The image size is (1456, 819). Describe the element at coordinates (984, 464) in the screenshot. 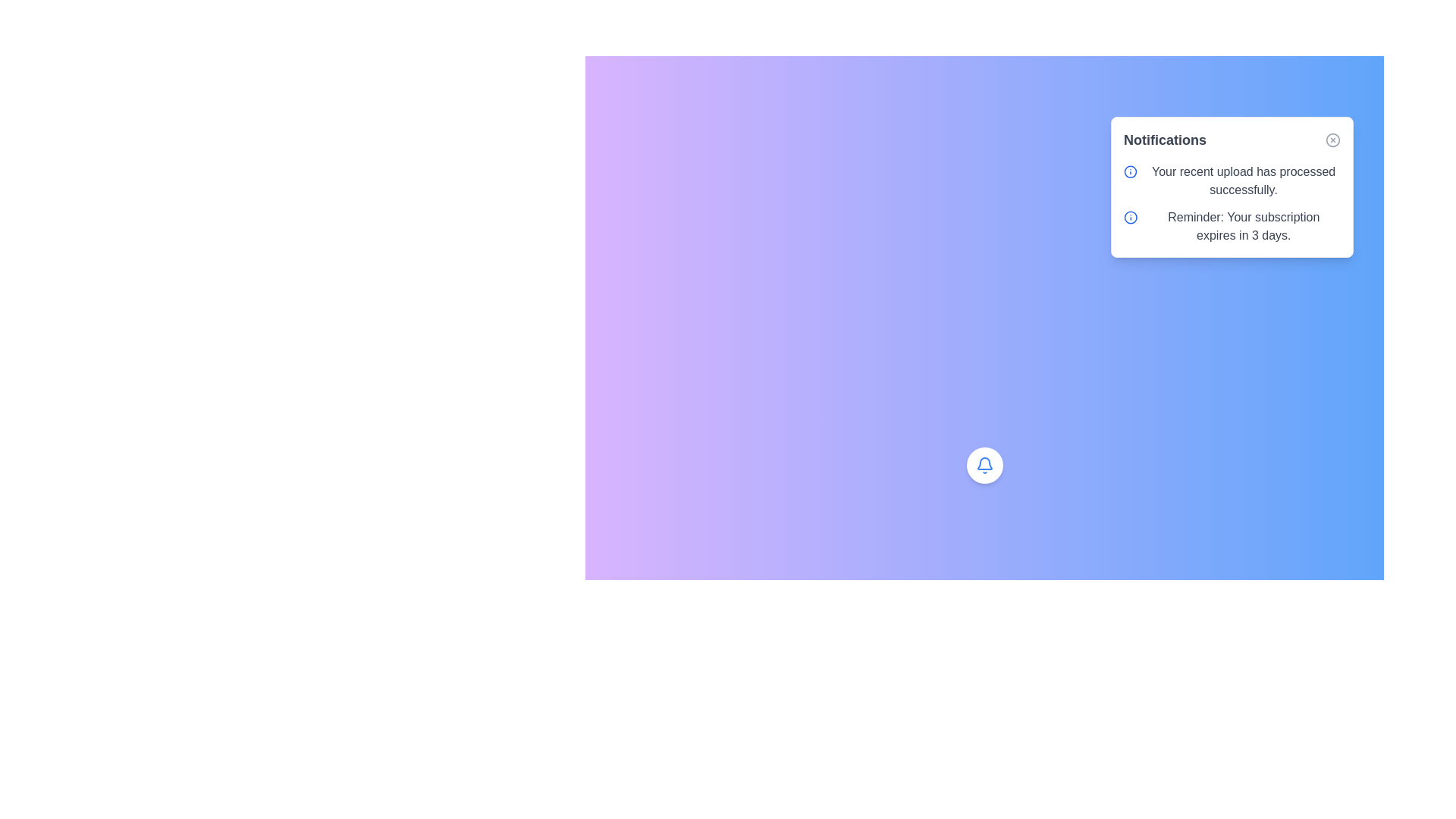

I see `the circular button with a white background and blue borders, featuring a bell icon in the center` at that location.